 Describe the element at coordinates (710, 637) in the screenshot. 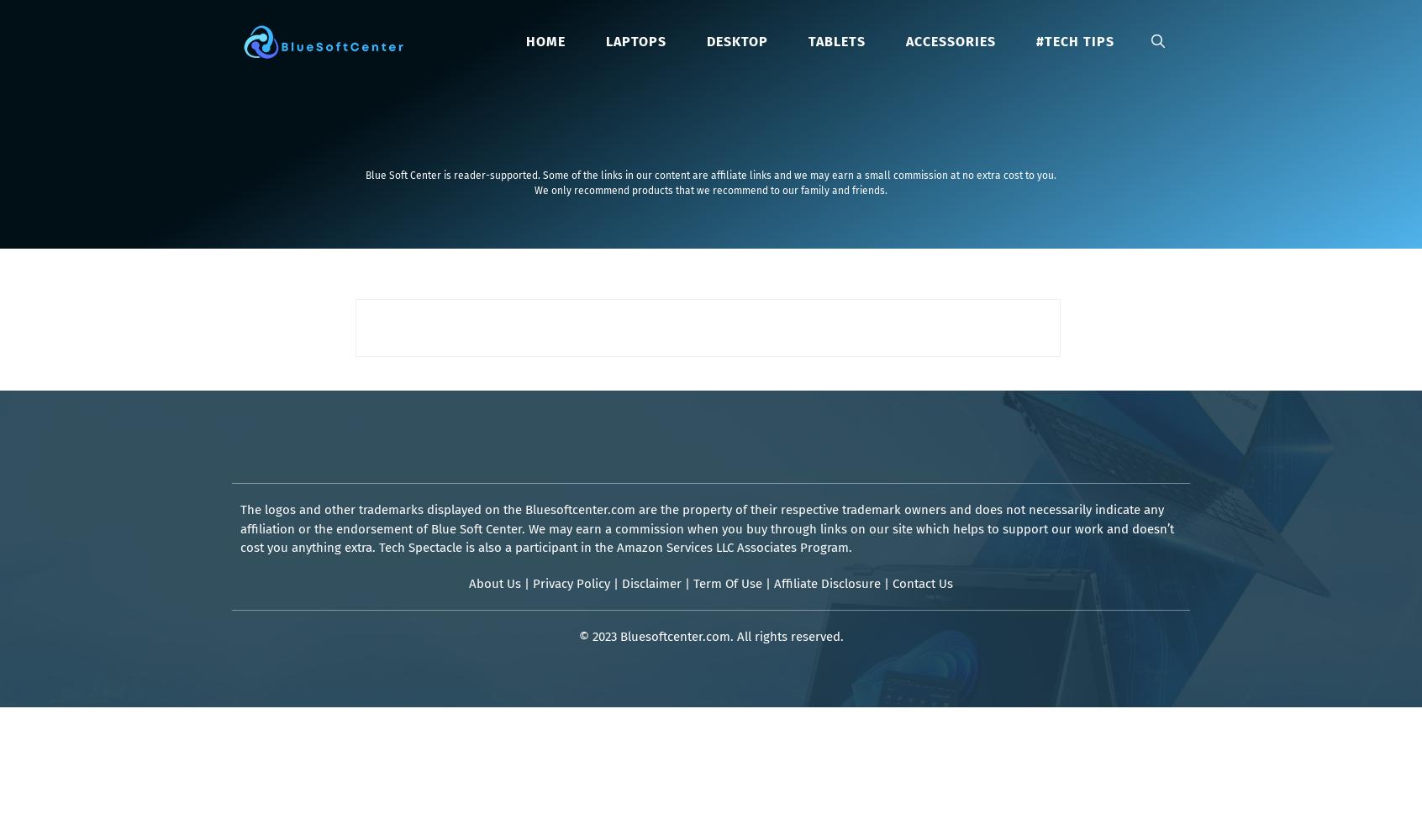

I see `'© 2023 Bluesoftcenter.com. All rights reserved.'` at that location.